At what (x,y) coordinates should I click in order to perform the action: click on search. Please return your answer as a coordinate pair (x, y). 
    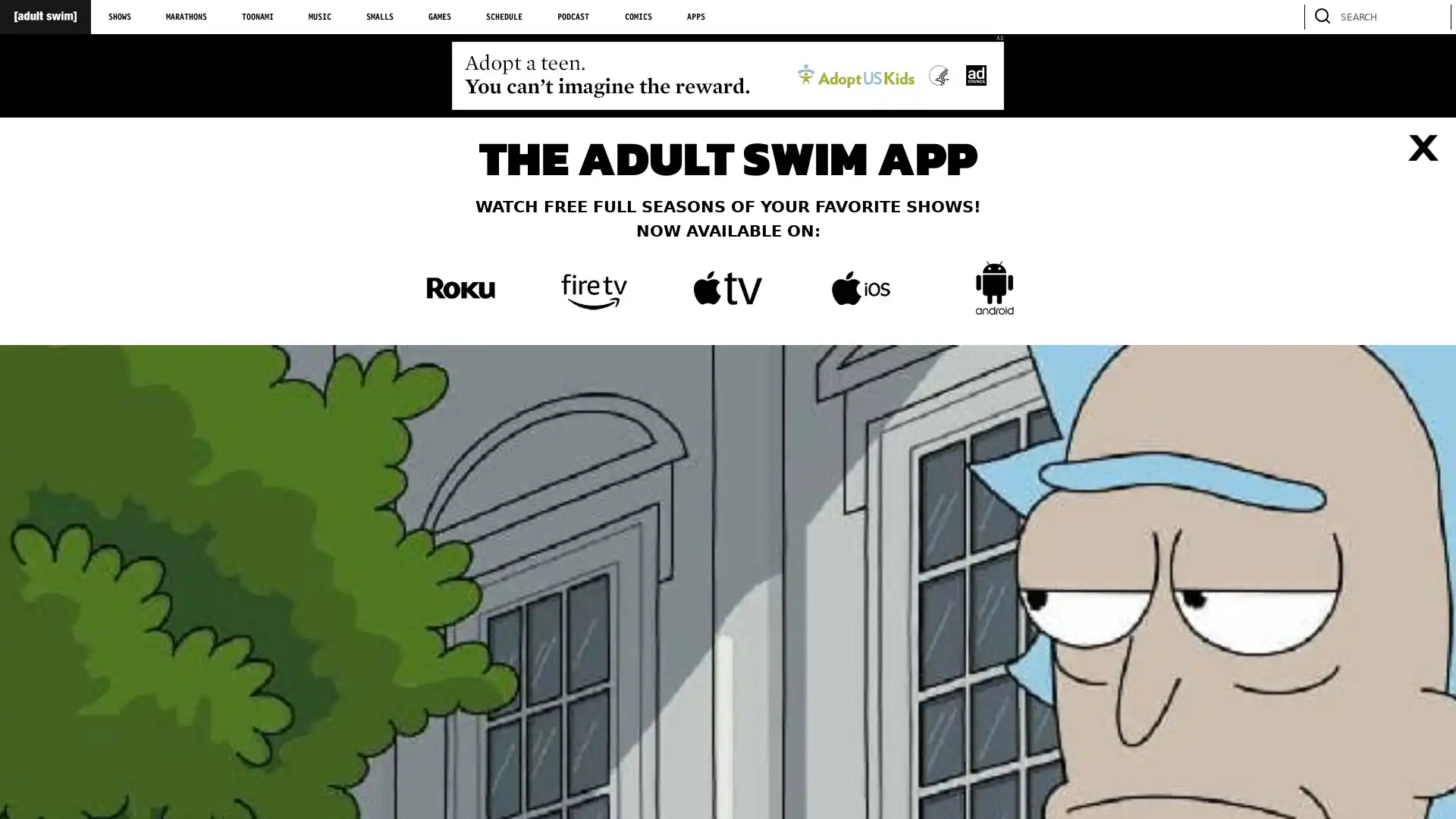
    Looking at the image, I should click on (1432, 17).